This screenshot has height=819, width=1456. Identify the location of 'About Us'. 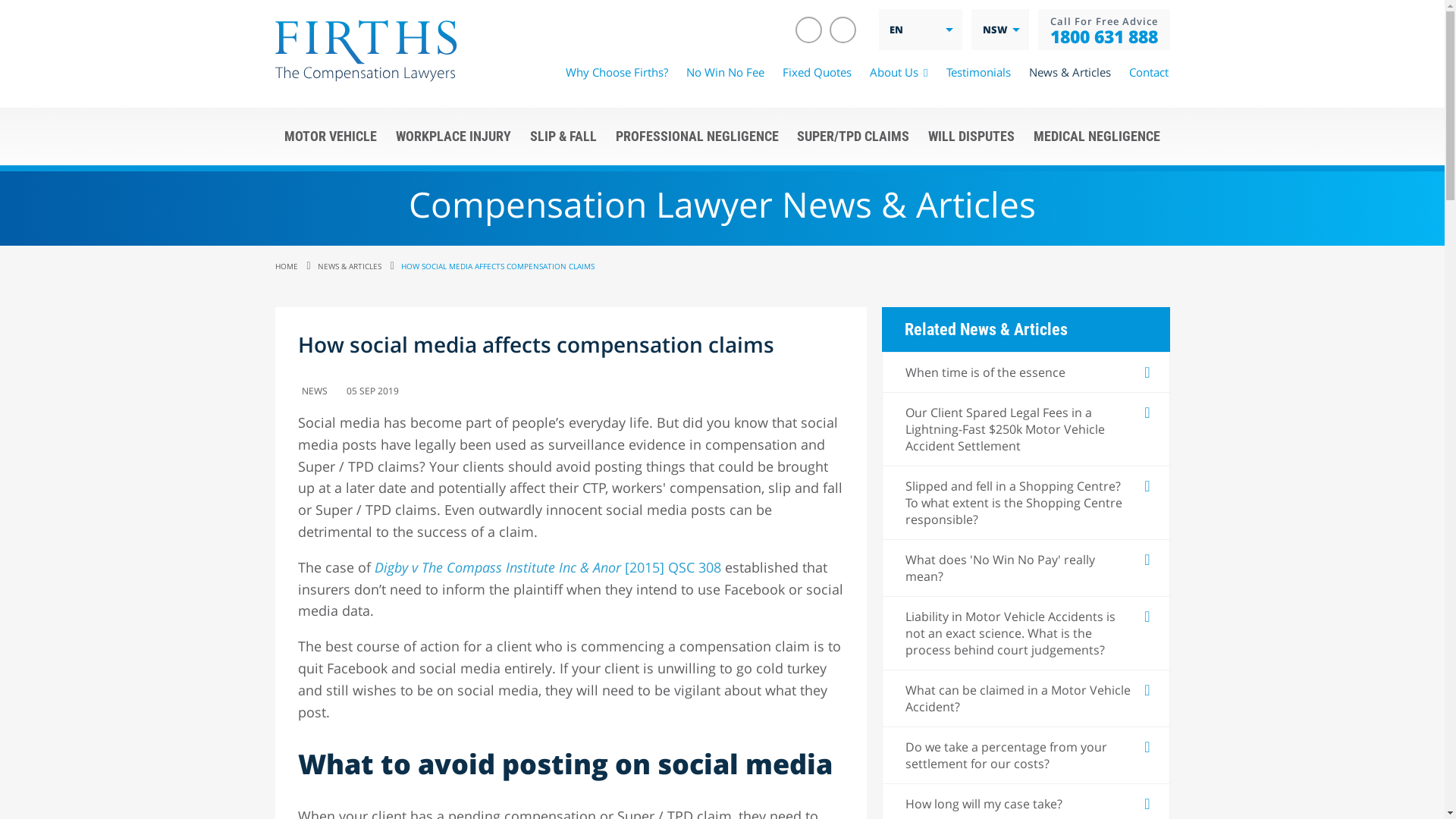
(899, 72).